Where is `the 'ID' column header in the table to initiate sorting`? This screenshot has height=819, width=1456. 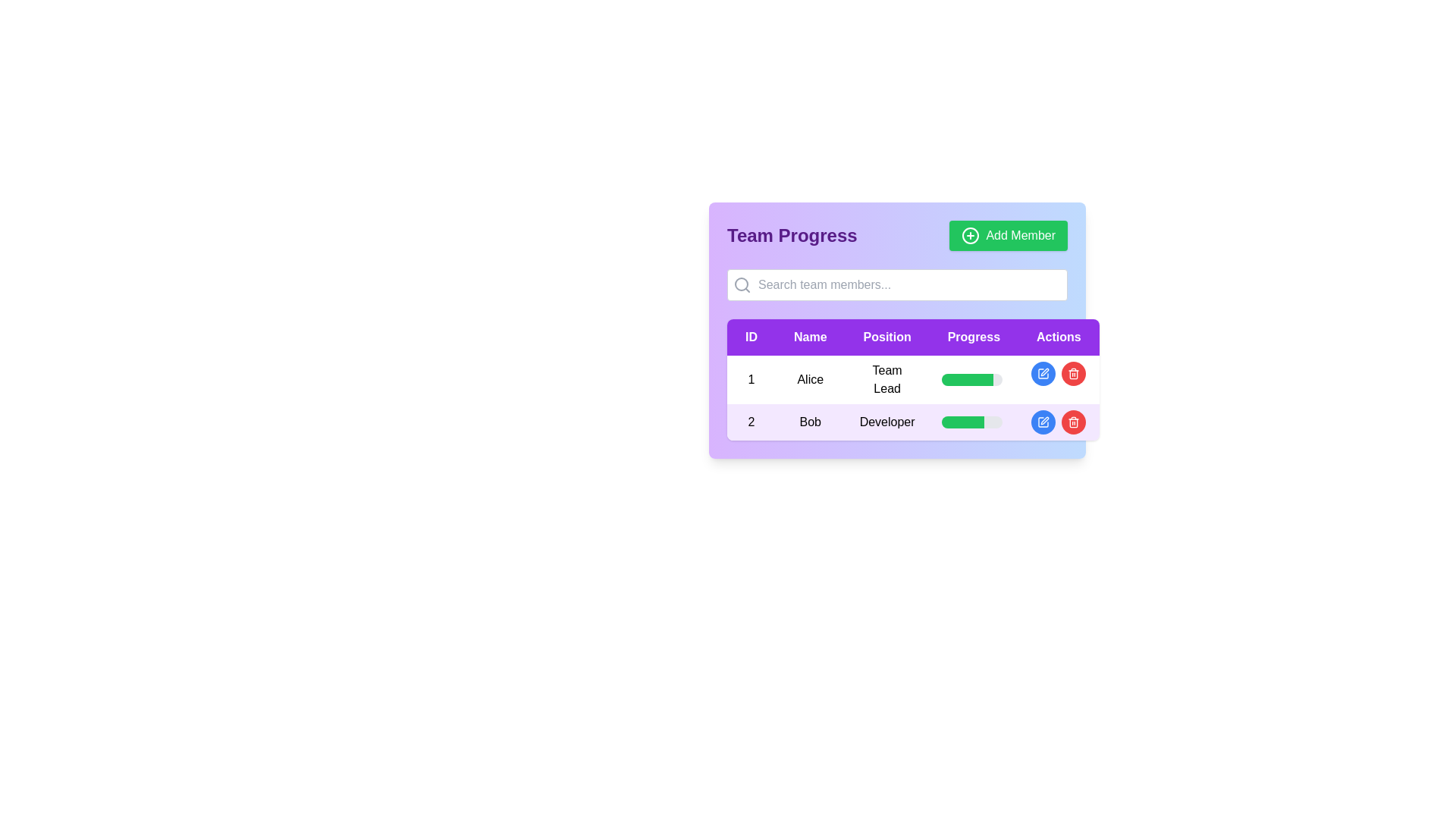 the 'ID' column header in the table to initiate sorting is located at coordinates (751, 336).